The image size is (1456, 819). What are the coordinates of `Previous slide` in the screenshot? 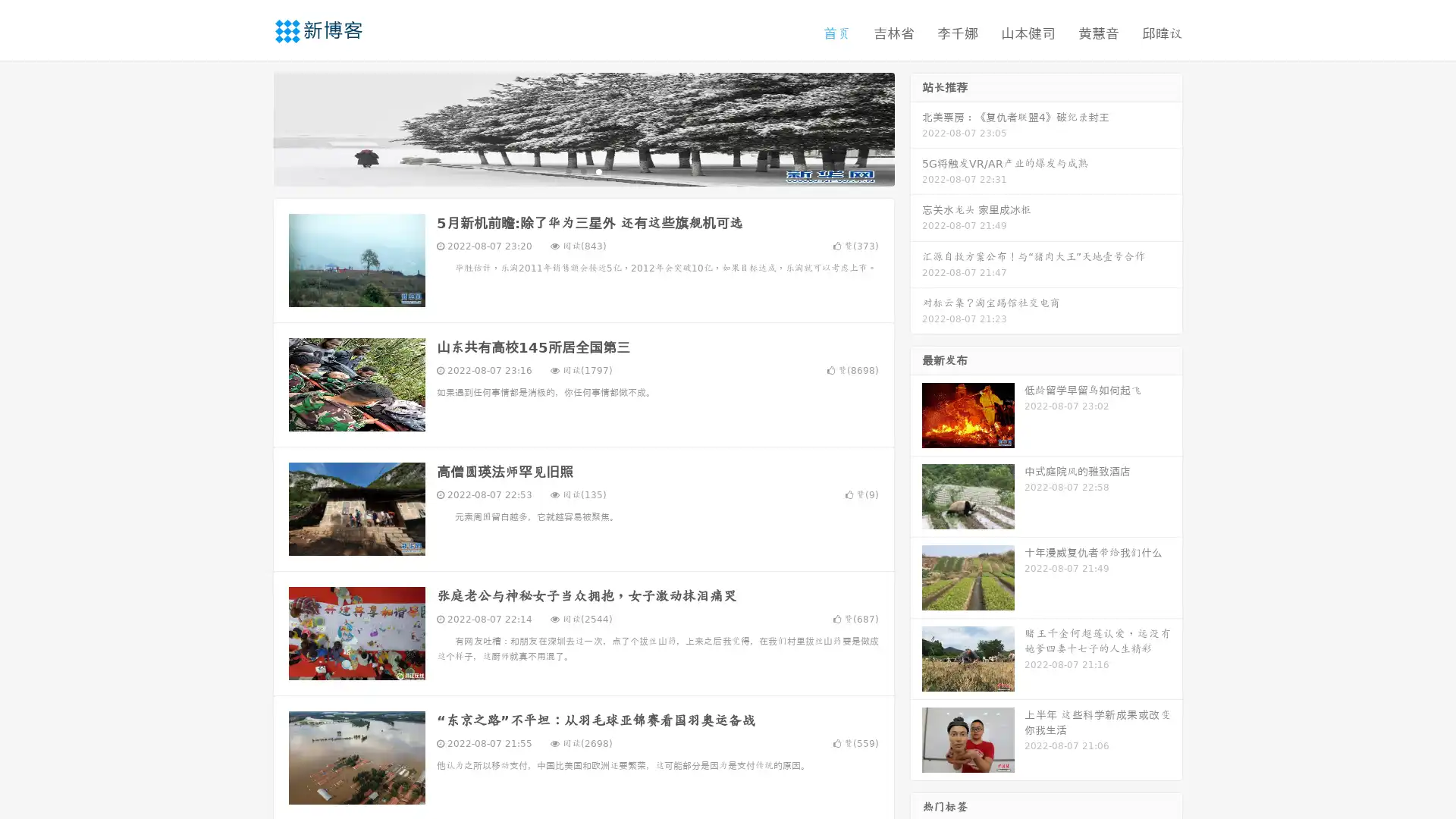 It's located at (250, 127).